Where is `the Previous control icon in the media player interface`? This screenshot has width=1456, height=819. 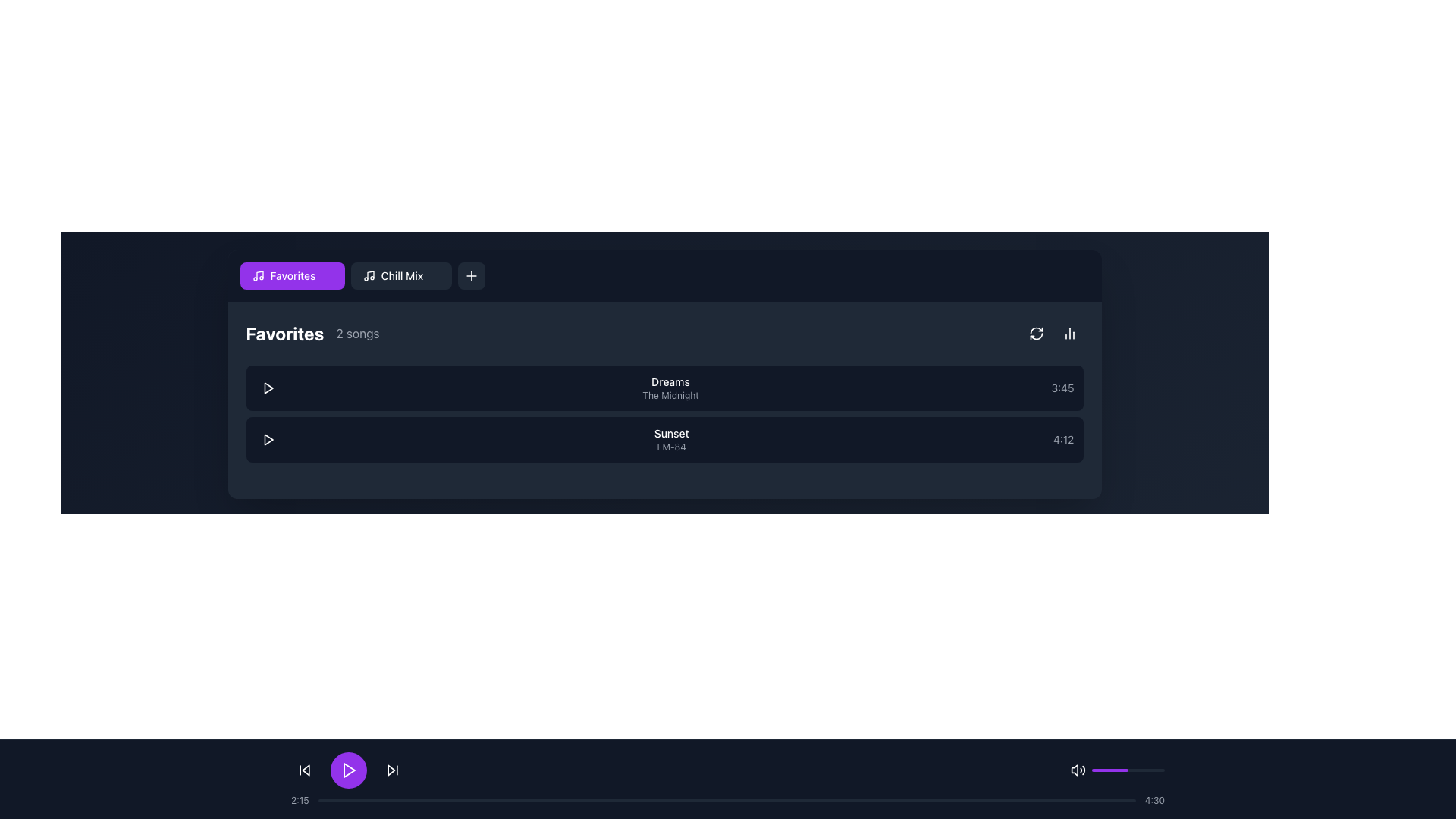
the Previous control icon in the media player interface is located at coordinates (305, 770).